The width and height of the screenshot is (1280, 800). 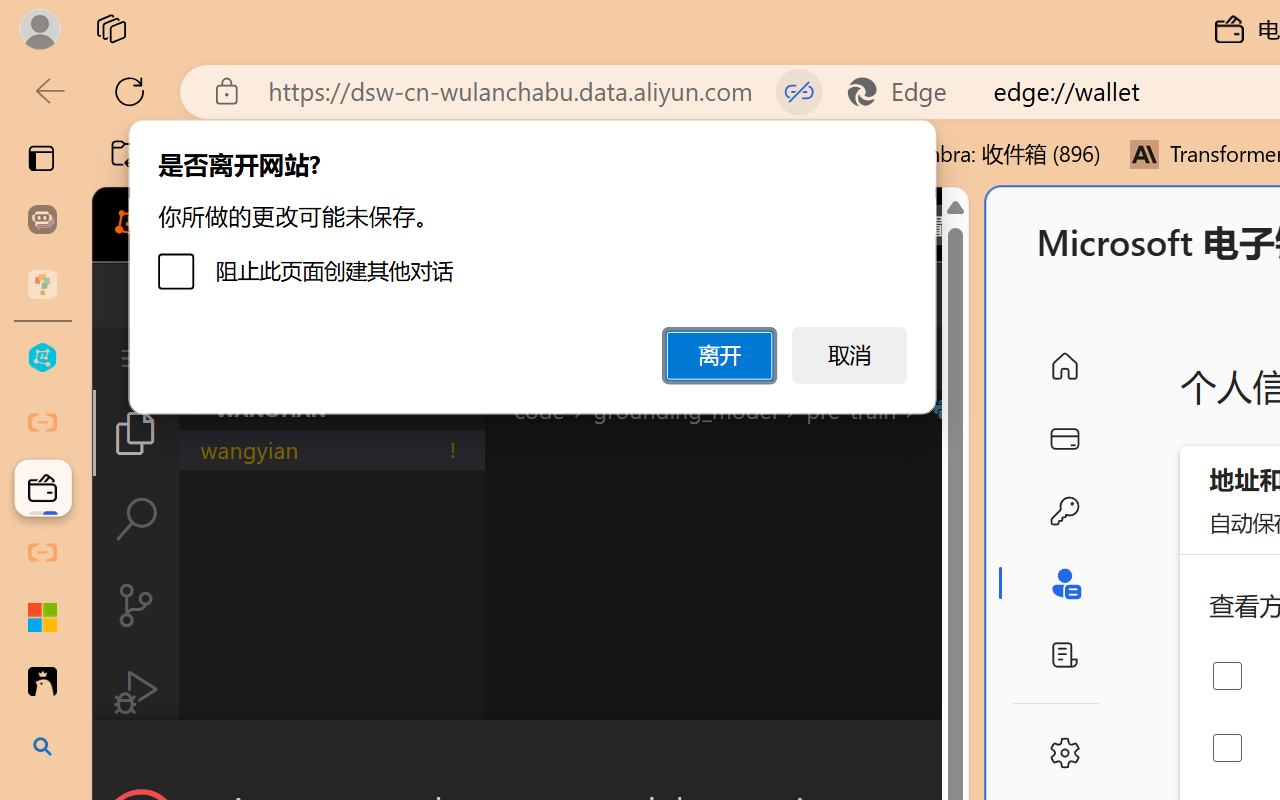 What do you see at coordinates (134, 692) in the screenshot?
I see `'Run and Debug (Ctrl+Shift+D)'` at bounding box center [134, 692].